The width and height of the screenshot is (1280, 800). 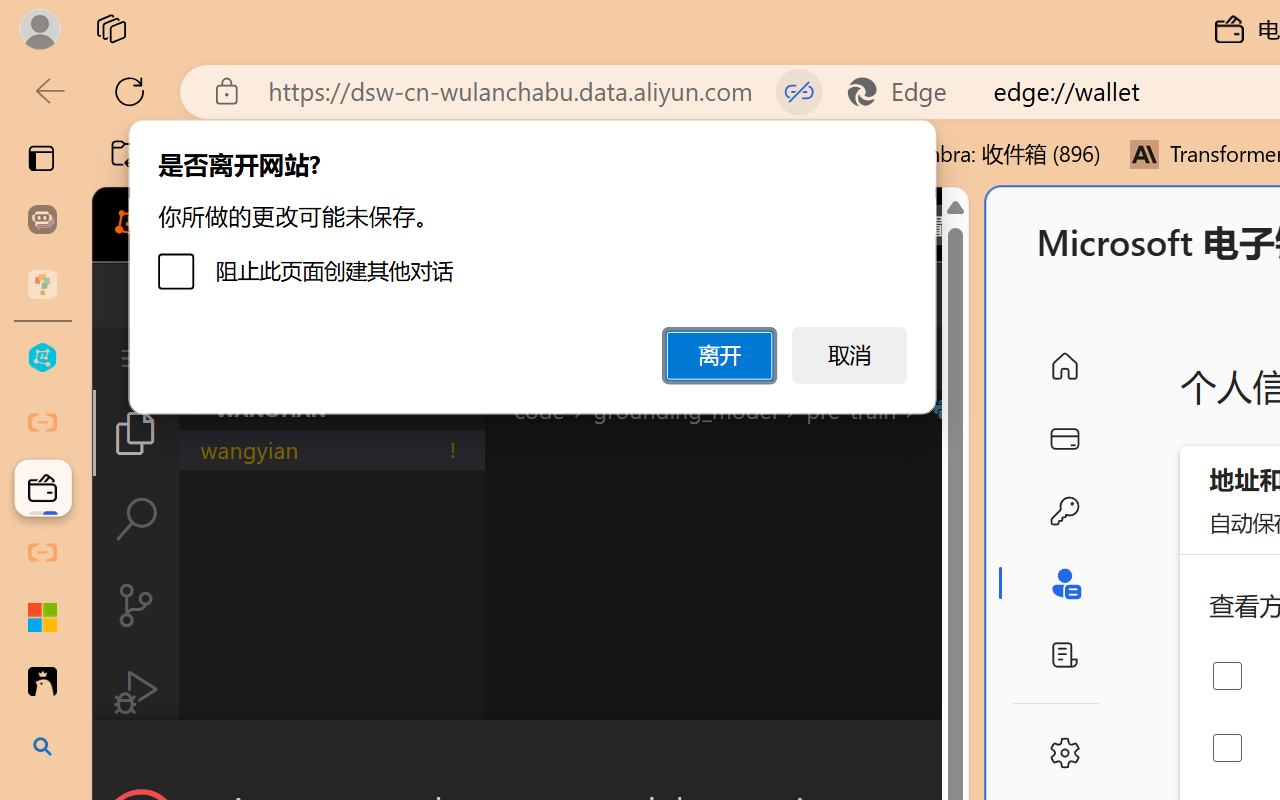 What do you see at coordinates (134, 692) in the screenshot?
I see `'Run and Debug (Ctrl+Shift+D)'` at bounding box center [134, 692].